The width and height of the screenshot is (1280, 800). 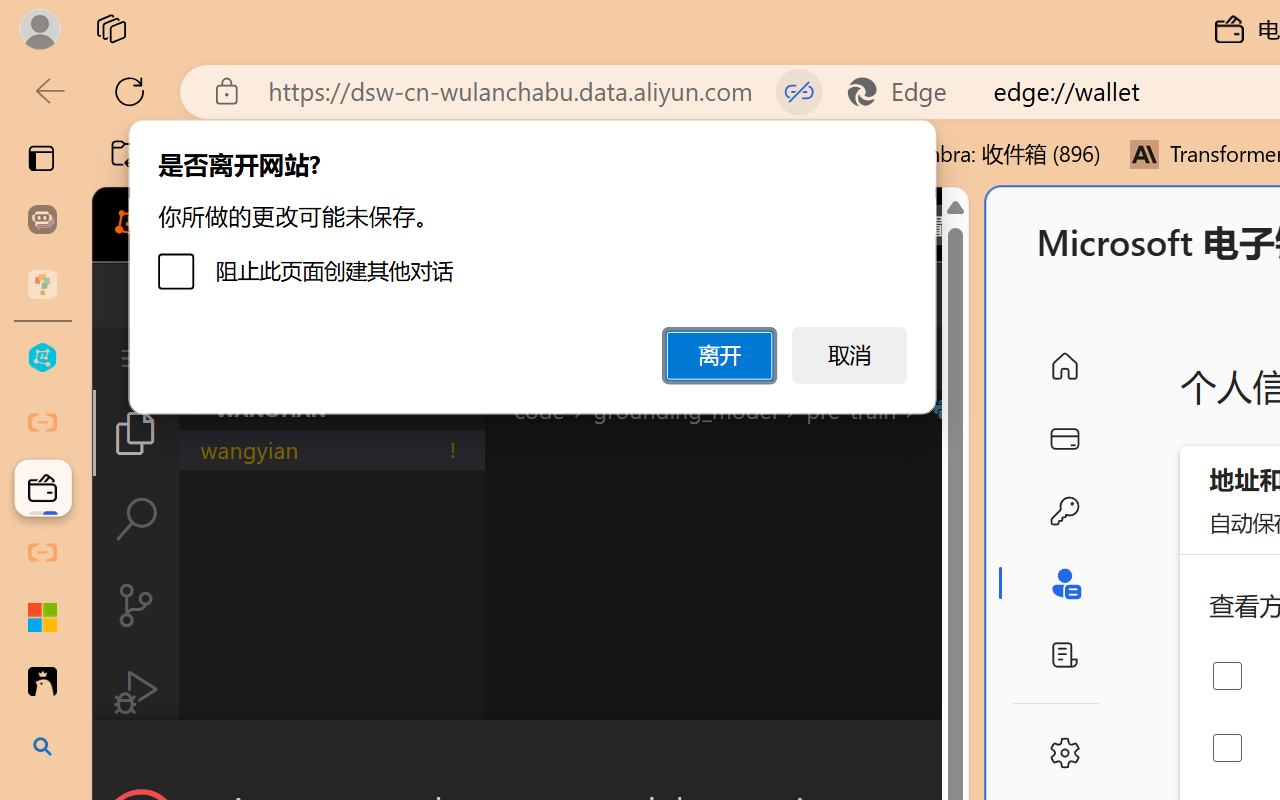 What do you see at coordinates (134, 692) in the screenshot?
I see `'Run and Debug (Ctrl+Shift+D)'` at bounding box center [134, 692].